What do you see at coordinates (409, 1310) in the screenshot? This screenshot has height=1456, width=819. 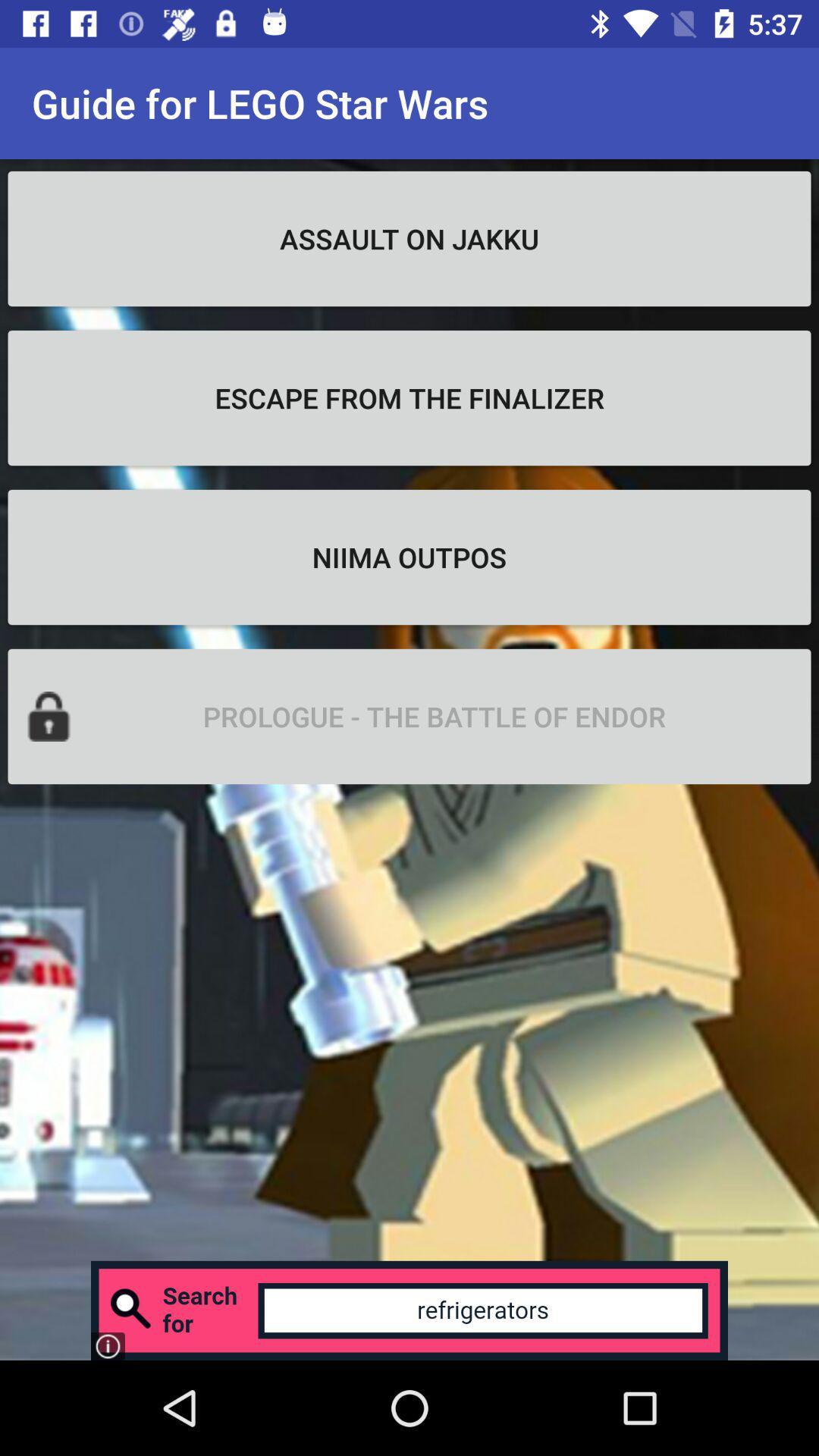 I see `open advertisement` at bounding box center [409, 1310].